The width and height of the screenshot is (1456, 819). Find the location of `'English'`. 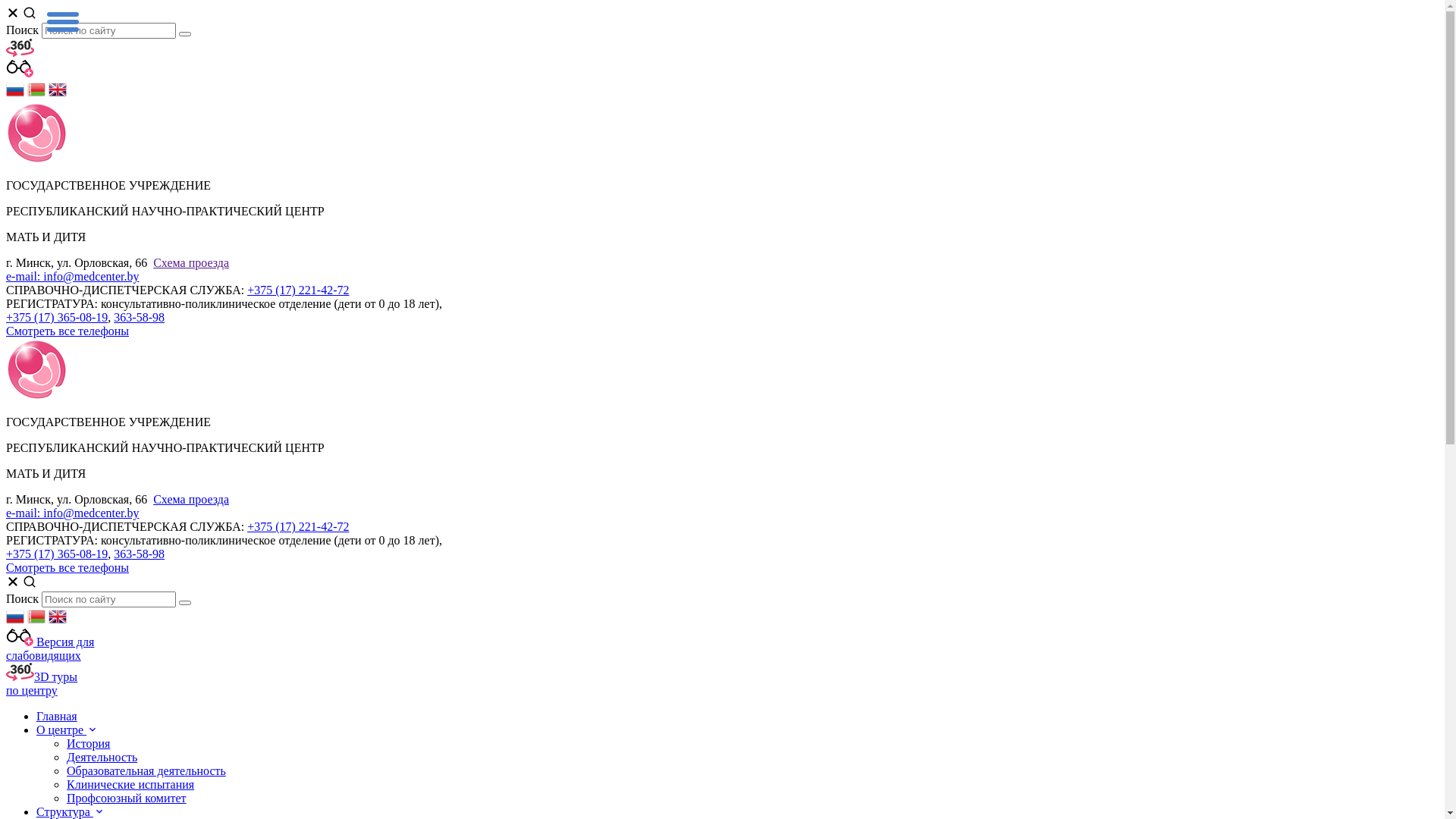

'English' is located at coordinates (58, 94).